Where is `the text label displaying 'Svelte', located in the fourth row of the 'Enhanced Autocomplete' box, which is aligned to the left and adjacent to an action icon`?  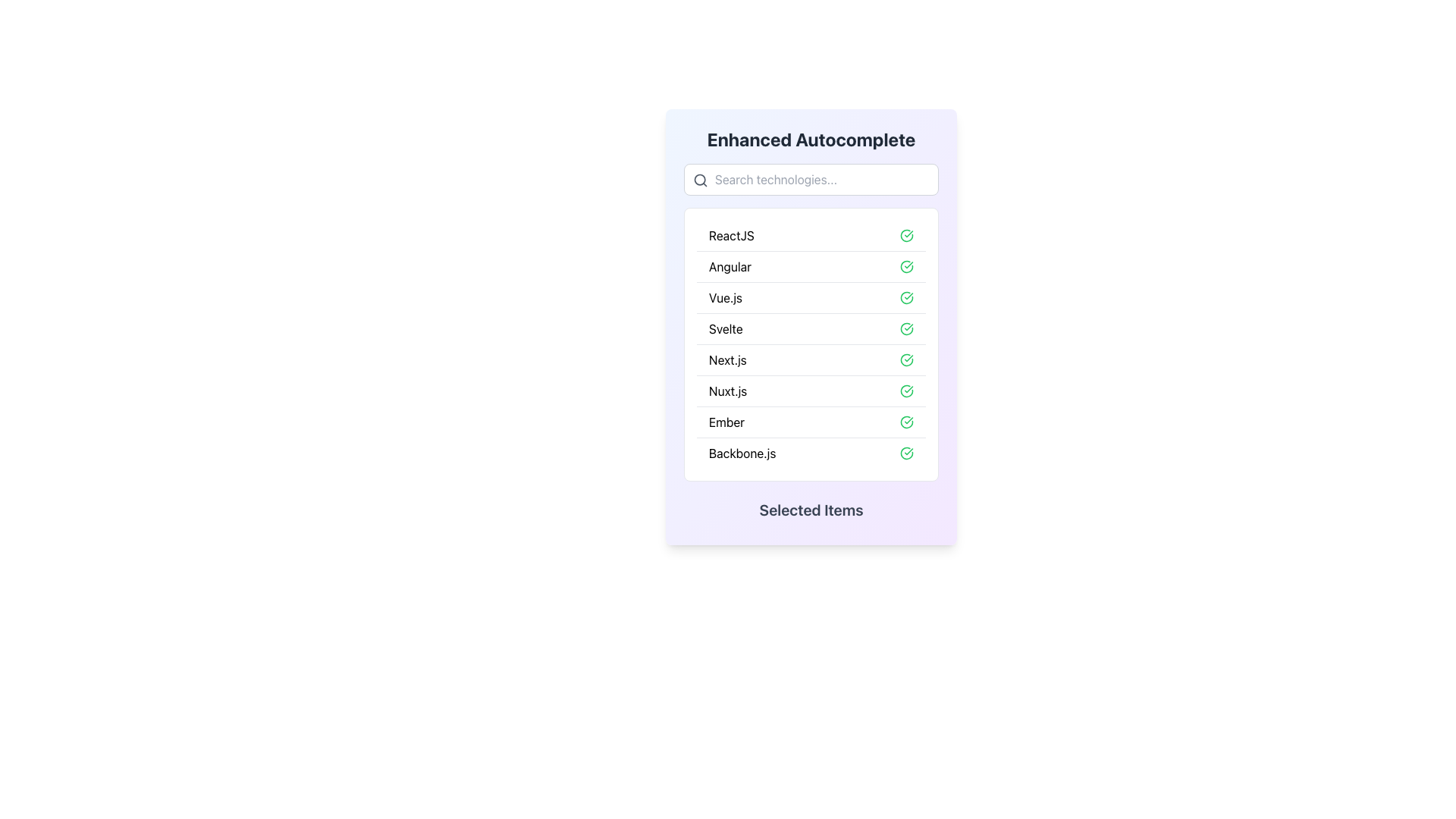 the text label displaying 'Svelte', located in the fourth row of the 'Enhanced Autocomplete' box, which is aligned to the left and adjacent to an action icon is located at coordinates (725, 328).